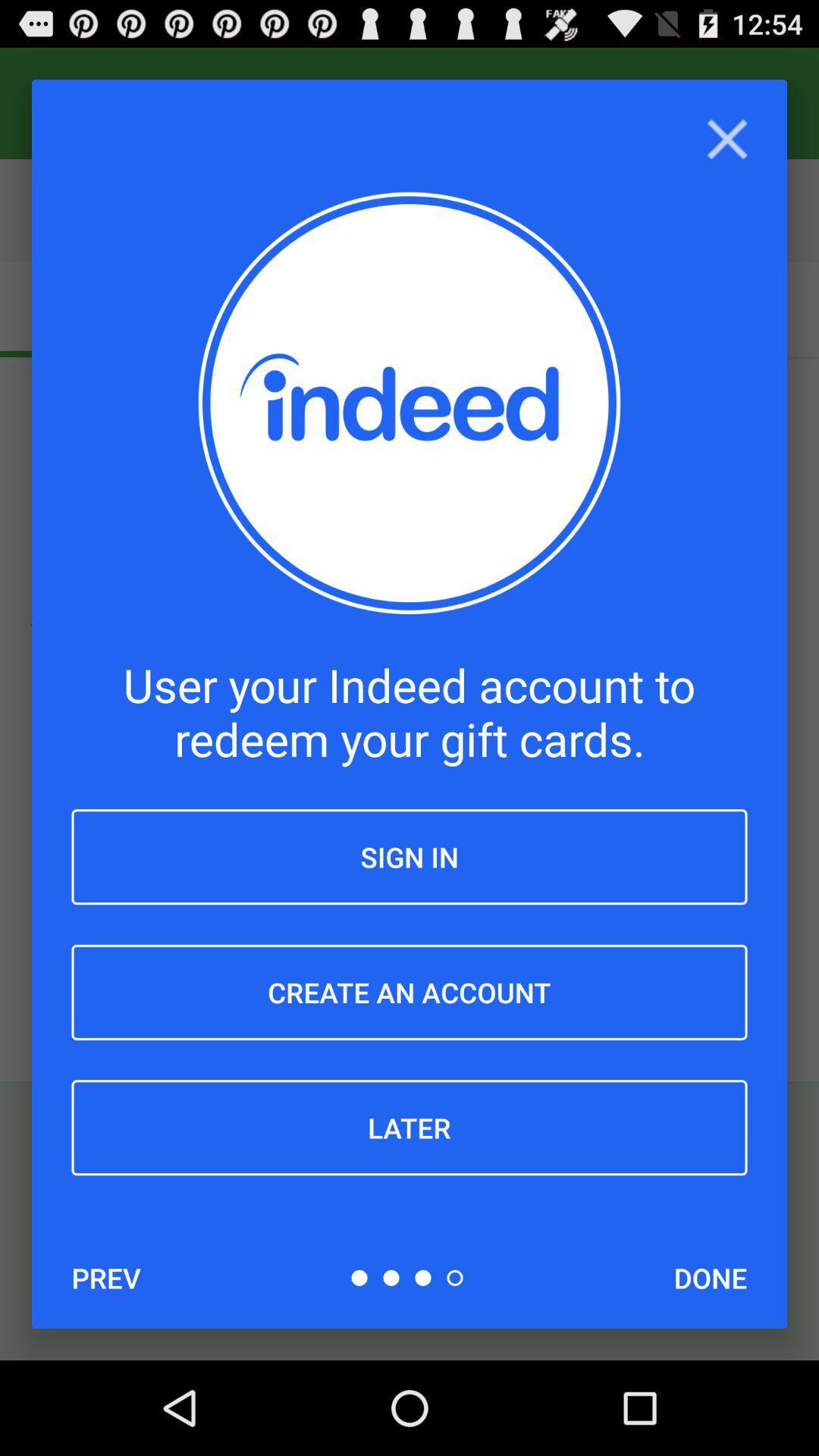  What do you see at coordinates (105, 1277) in the screenshot?
I see `item below the later` at bounding box center [105, 1277].